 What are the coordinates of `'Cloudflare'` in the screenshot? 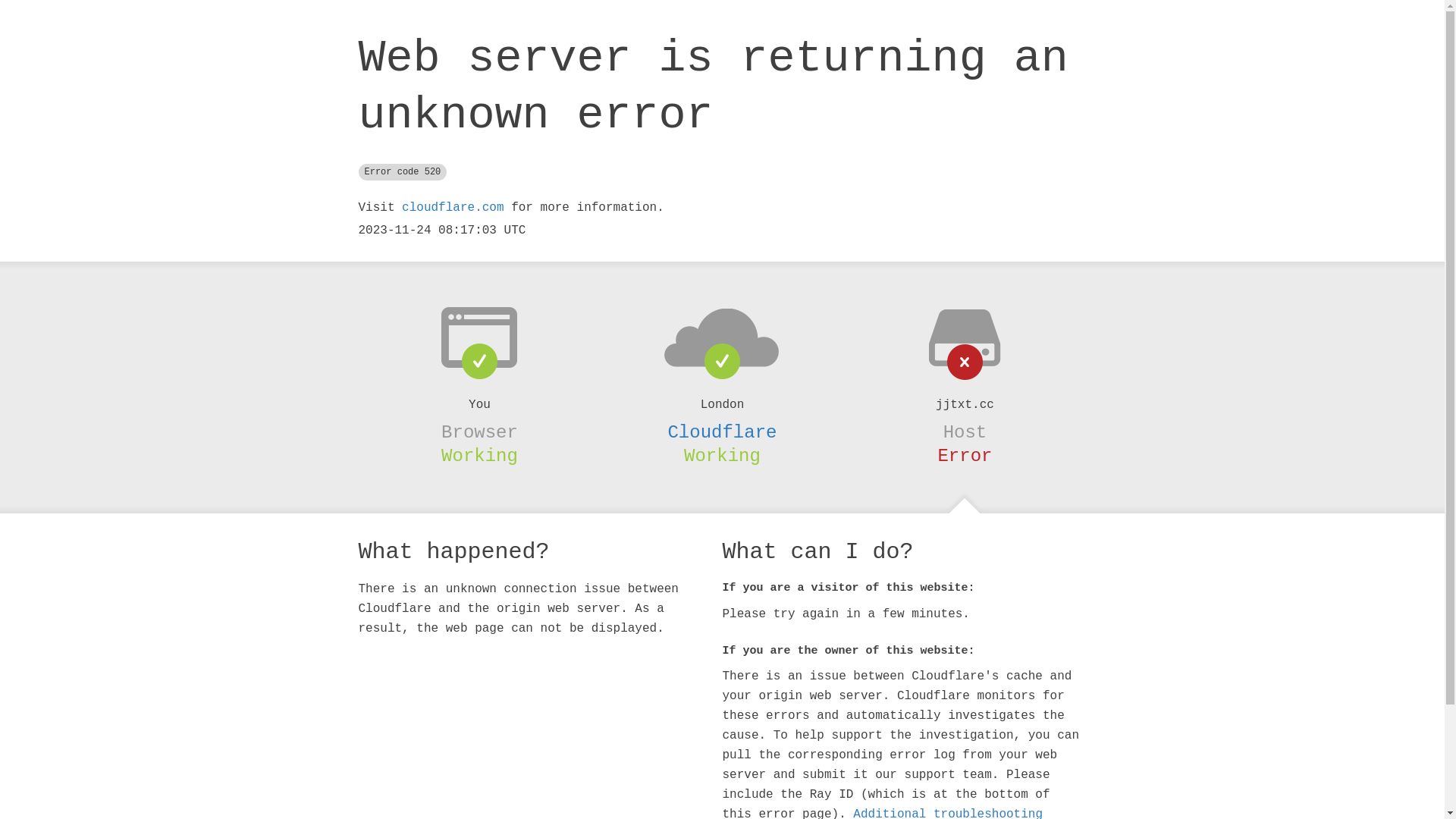 It's located at (720, 432).